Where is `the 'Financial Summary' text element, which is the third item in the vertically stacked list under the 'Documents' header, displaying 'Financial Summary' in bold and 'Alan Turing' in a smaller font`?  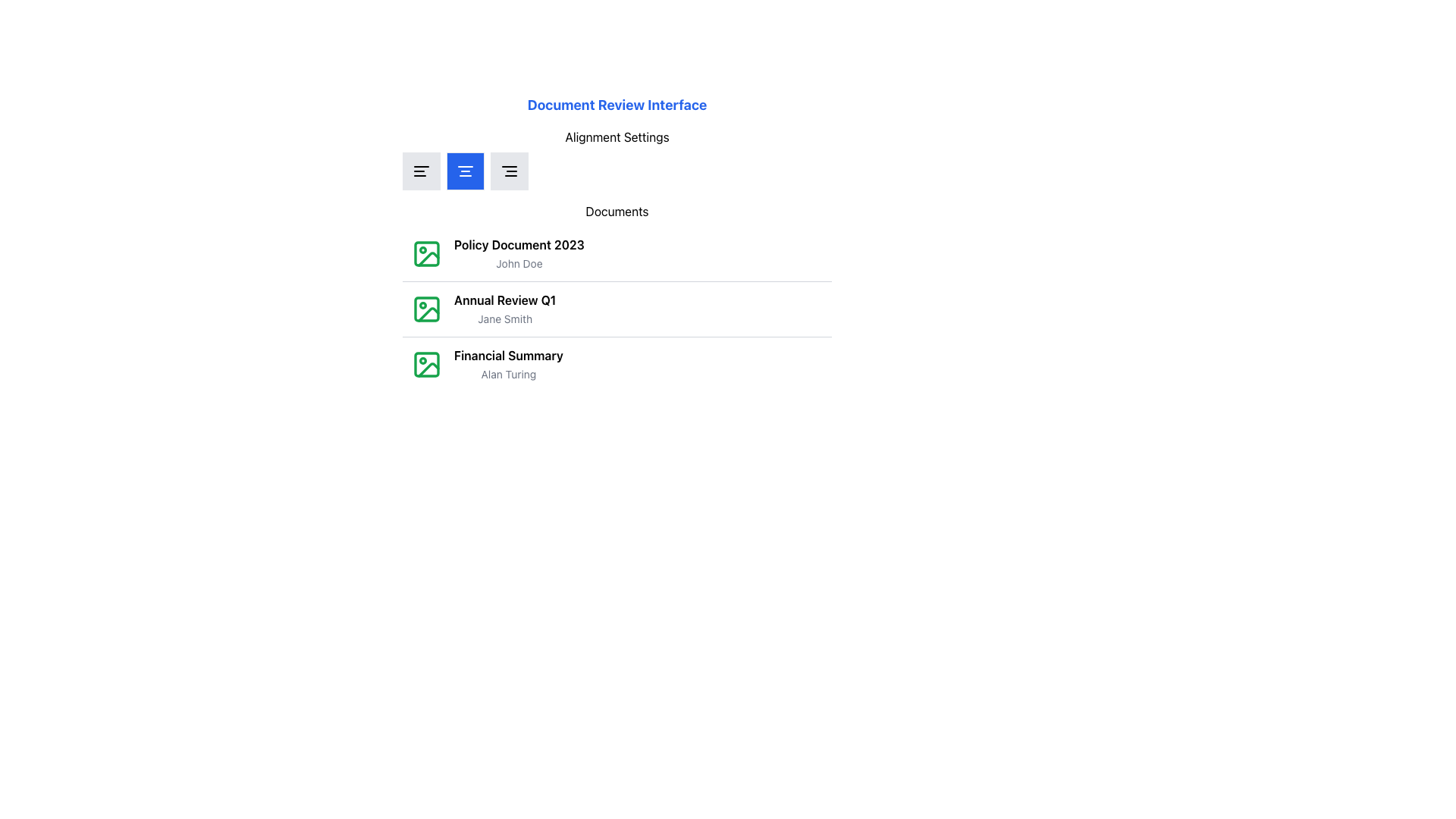
the 'Financial Summary' text element, which is the third item in the vertically stacked list under the 'Documents' header, displaying 'Financial Summary' in bold and 'Alan Turing' in a smaller font is located at coordinates (508, 365).